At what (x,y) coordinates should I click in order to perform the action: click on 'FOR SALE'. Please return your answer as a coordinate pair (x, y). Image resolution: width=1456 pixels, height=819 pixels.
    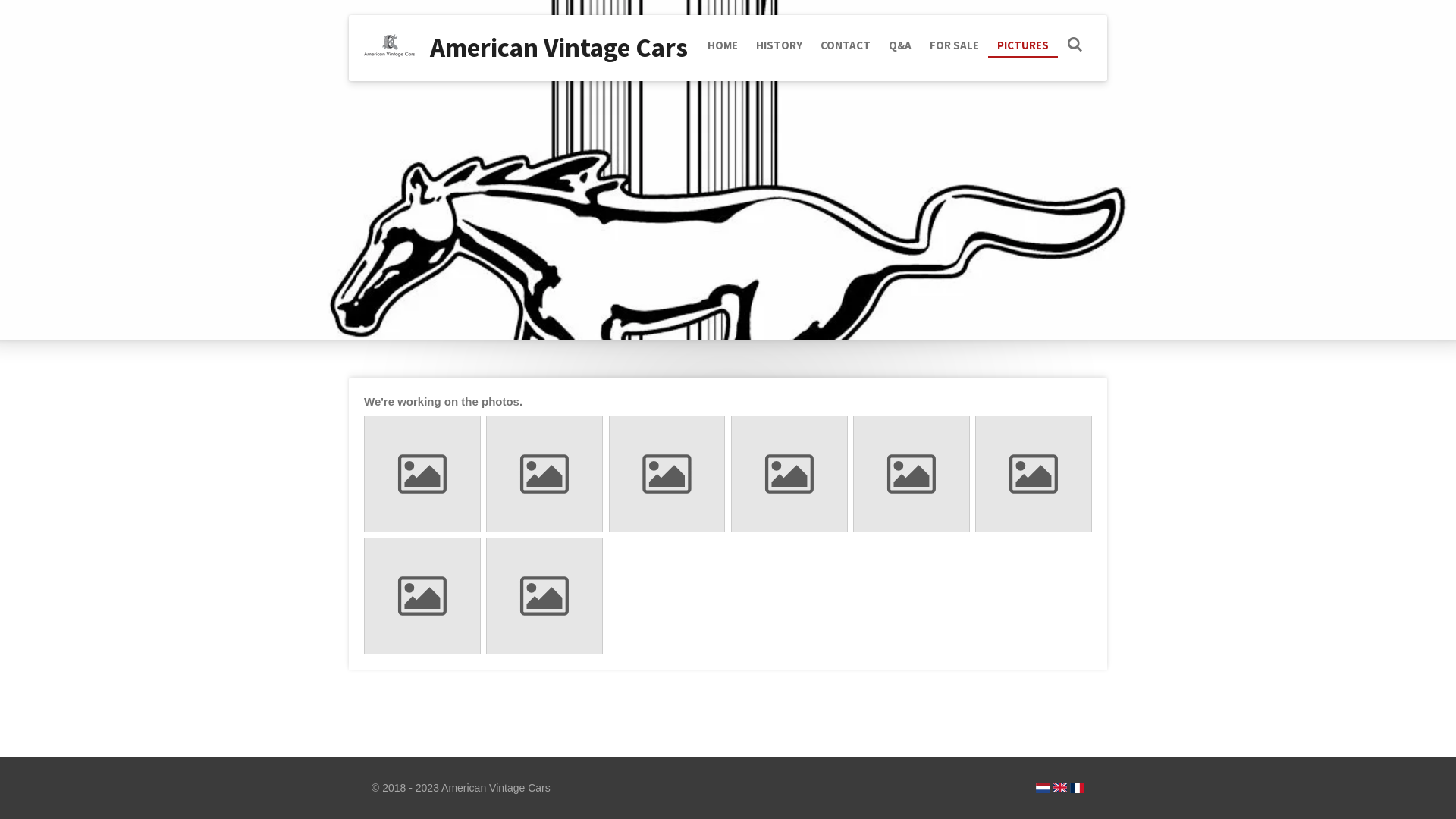
    Looking at the image, I should click on (953, 45).